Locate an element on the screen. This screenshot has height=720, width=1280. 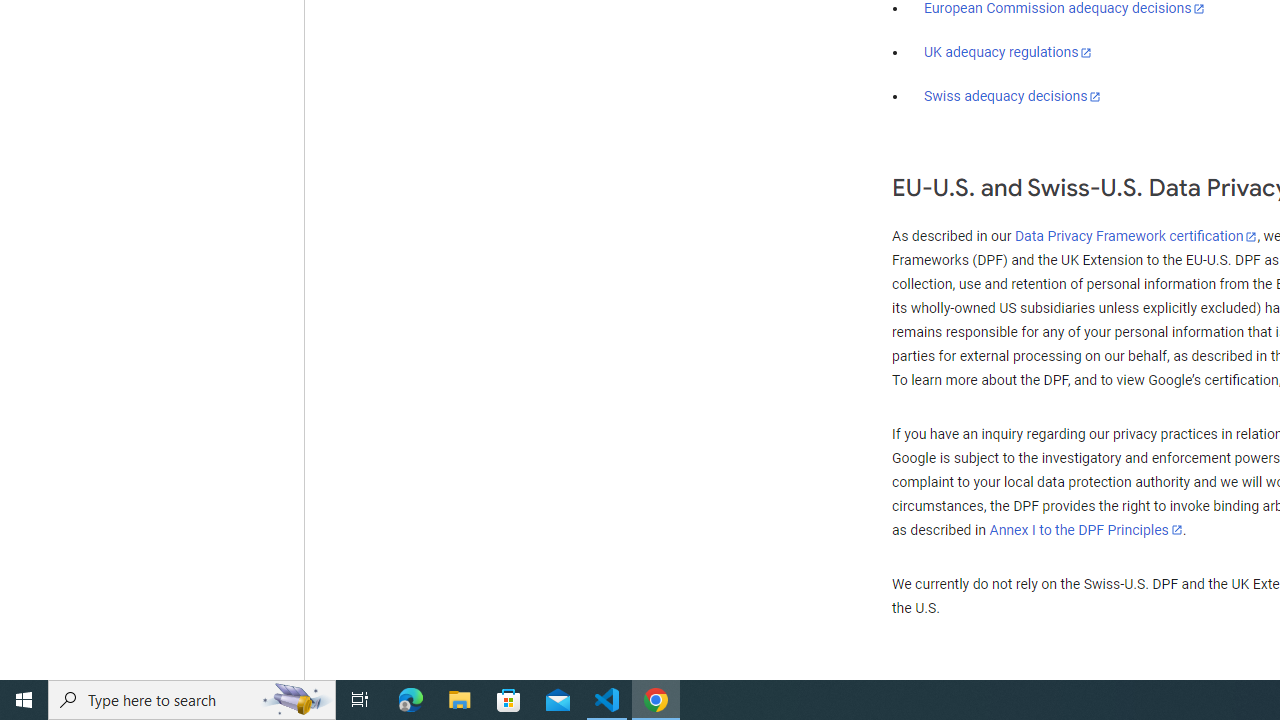
'Annex I to the DPF Principles' is located at coordinates (1085, 529).